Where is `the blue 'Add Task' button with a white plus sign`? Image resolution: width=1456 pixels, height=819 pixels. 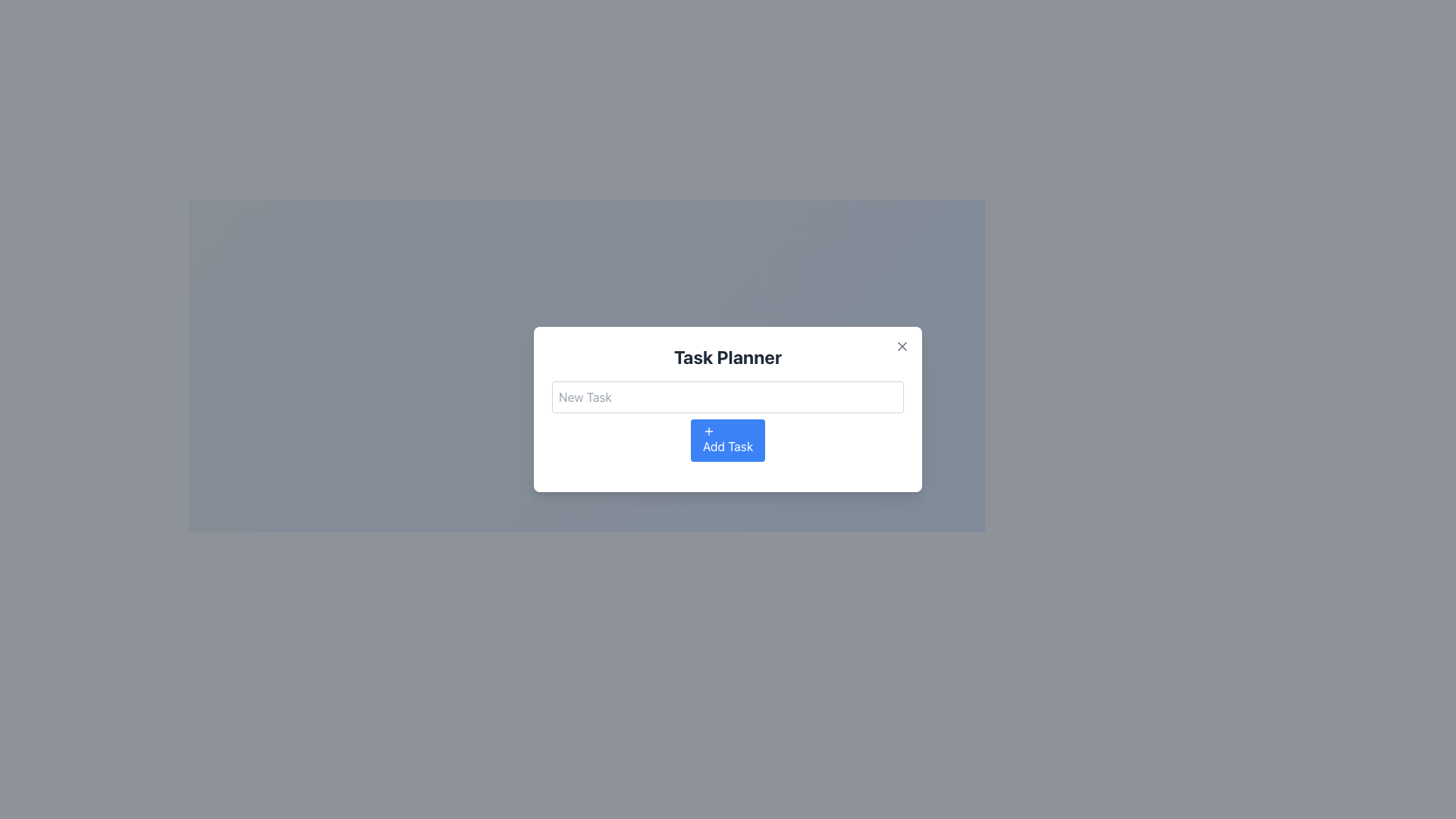 the blue 'Add Task' button with a white plus sign is located at coordinates (728, 441).